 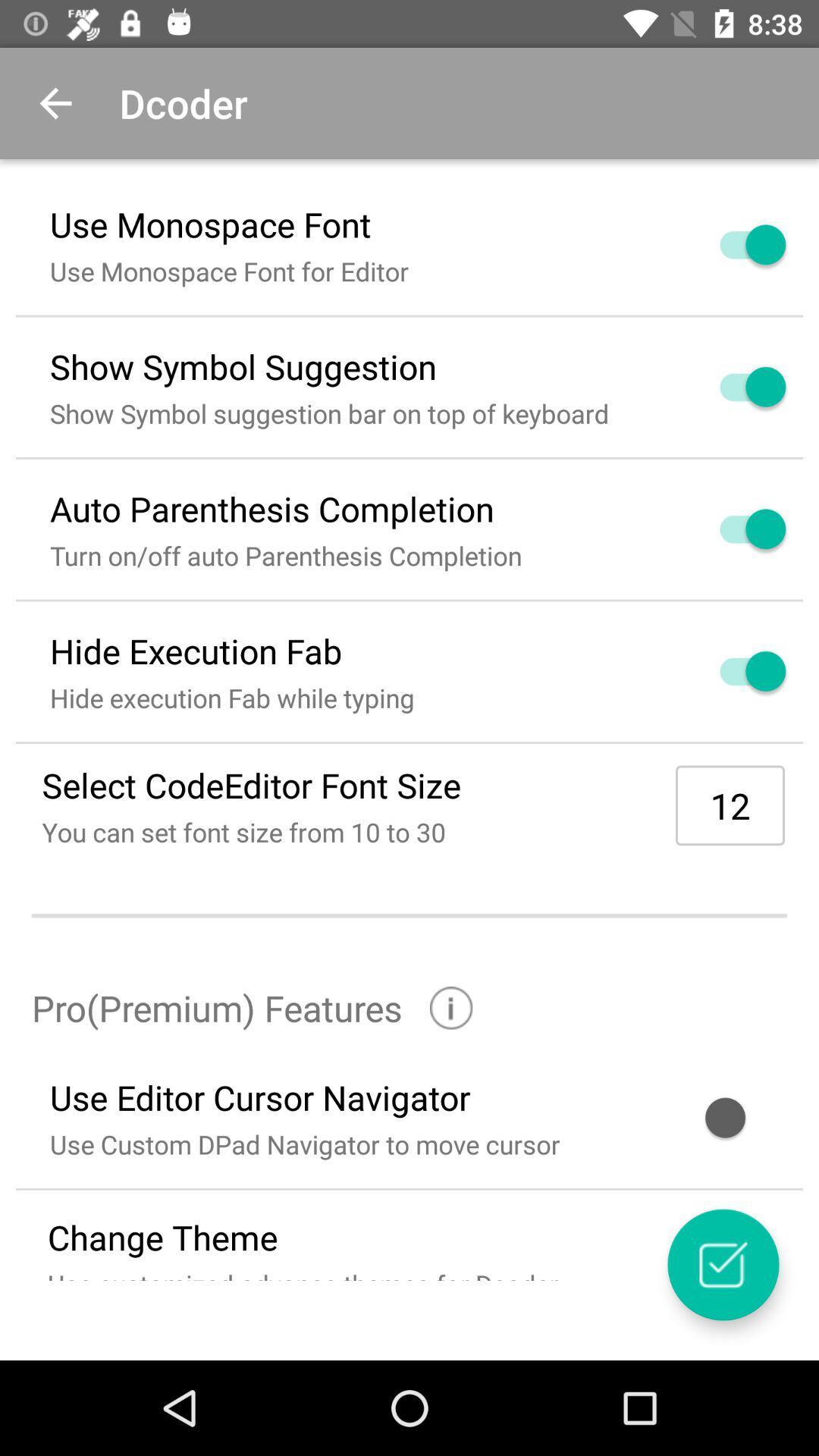 I want to click on the icon above use monospace font, so click(x=55, y=102).